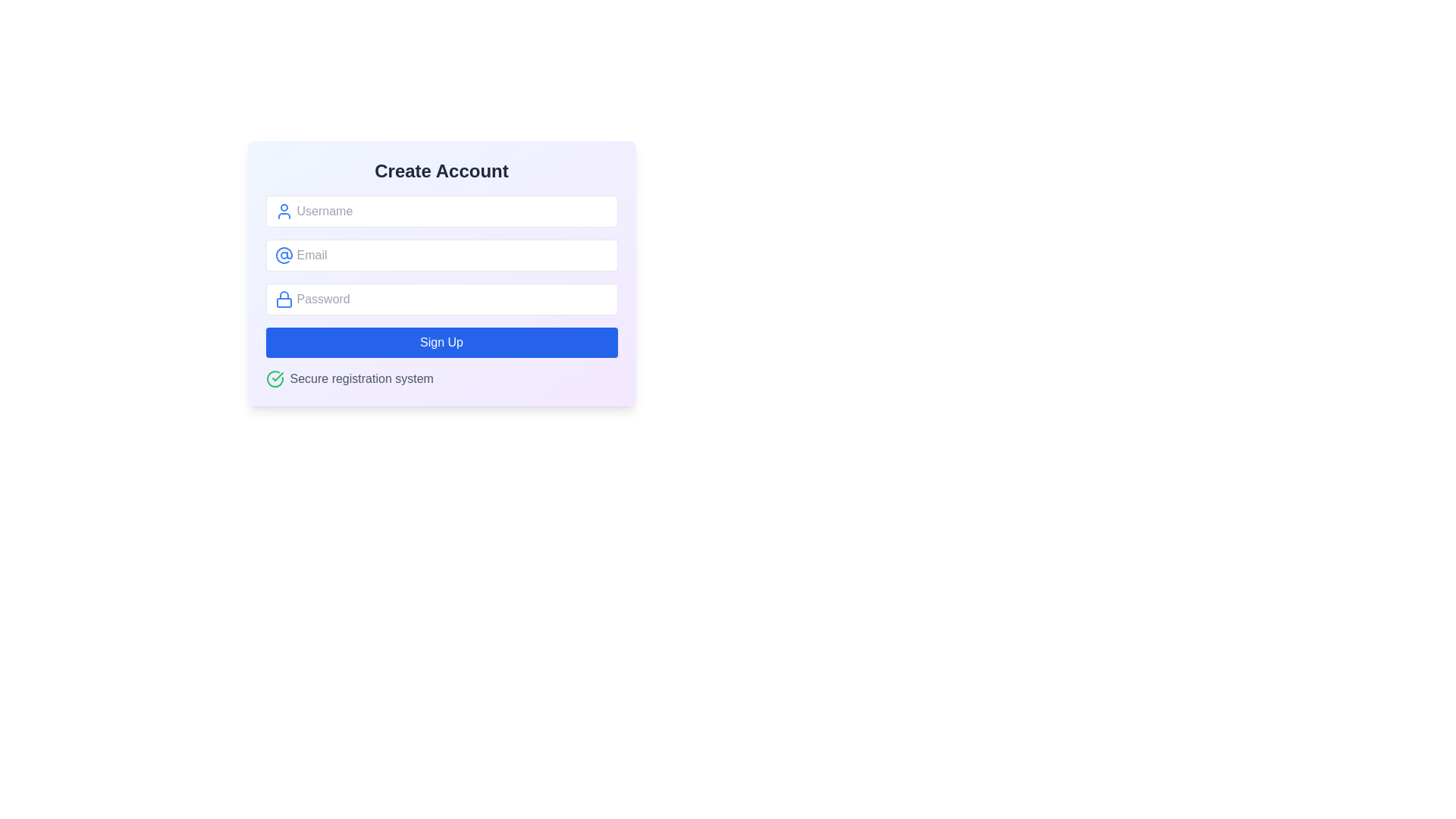 This screenshot has height=819, width=1456. I want to click on the rectangular pane with a gradient background transitioning from blue to purple, which contains input fields and a 'Sign Up' button, located centrally below the 'Create Account' title, so click(441, 274).